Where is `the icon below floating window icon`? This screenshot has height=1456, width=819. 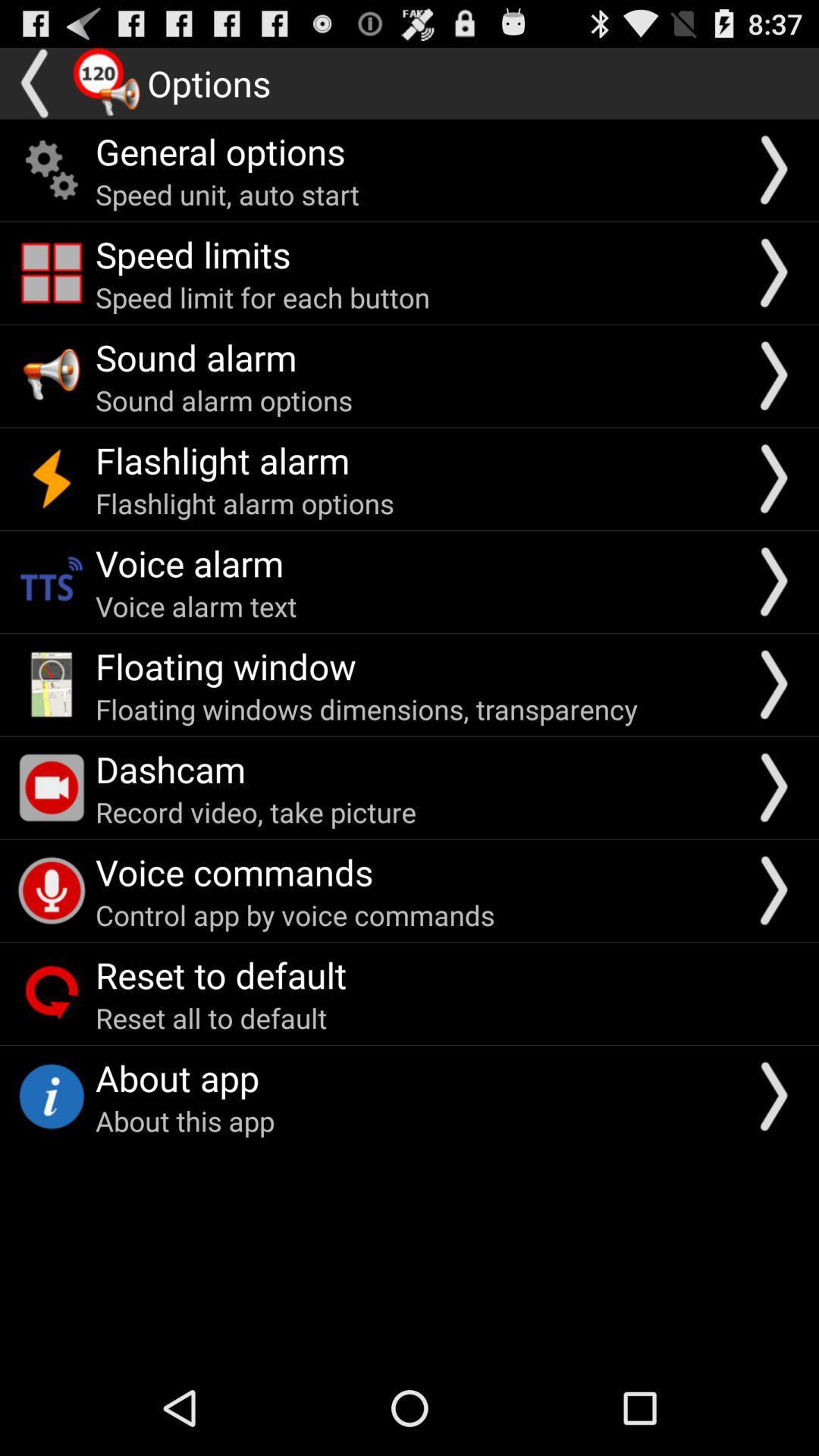 the icon below floating window icon is located at coordinates (366, 708).